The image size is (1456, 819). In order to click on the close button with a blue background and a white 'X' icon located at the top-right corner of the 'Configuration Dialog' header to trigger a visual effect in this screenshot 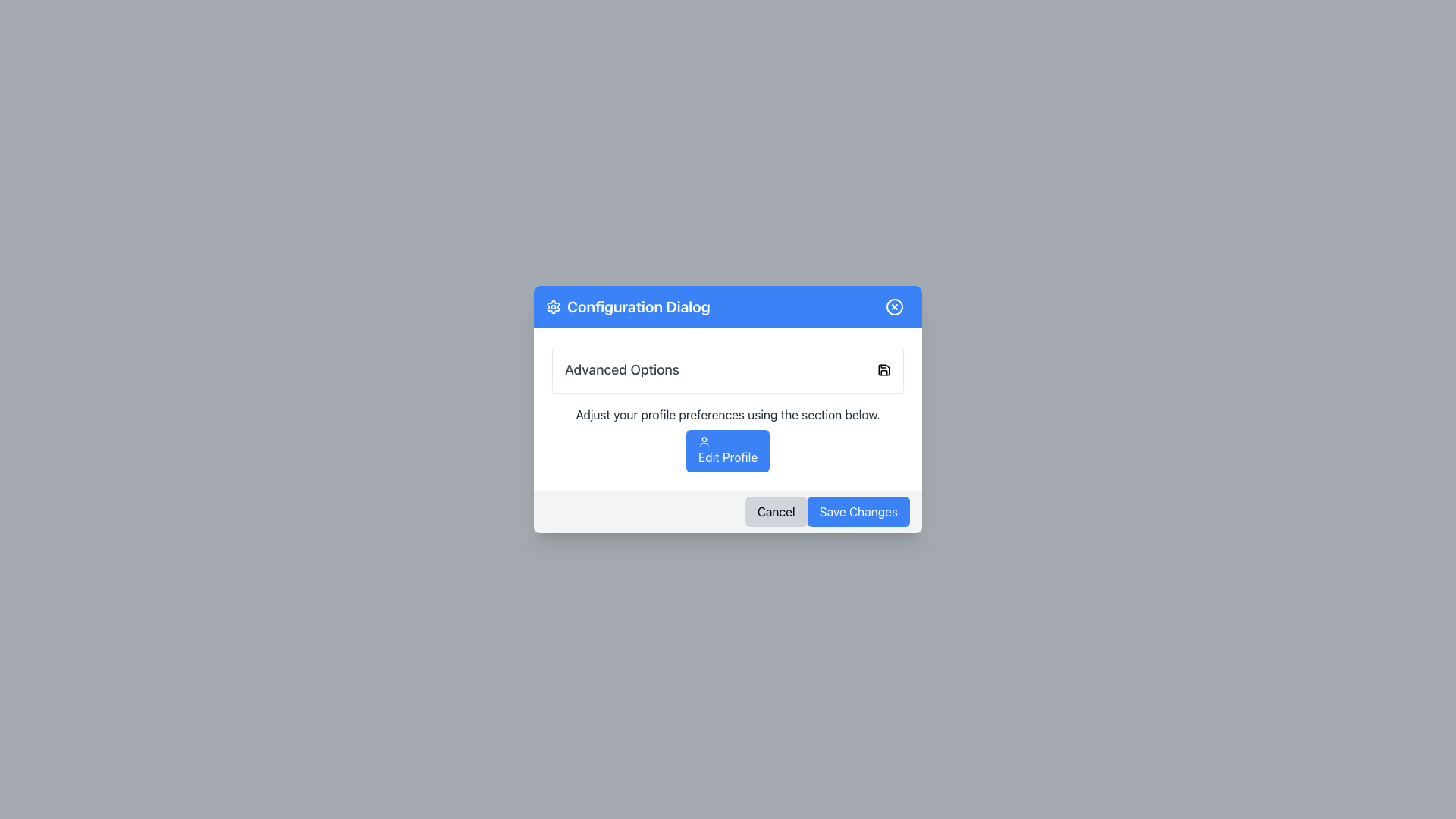, I will do `click(895, 307)`.